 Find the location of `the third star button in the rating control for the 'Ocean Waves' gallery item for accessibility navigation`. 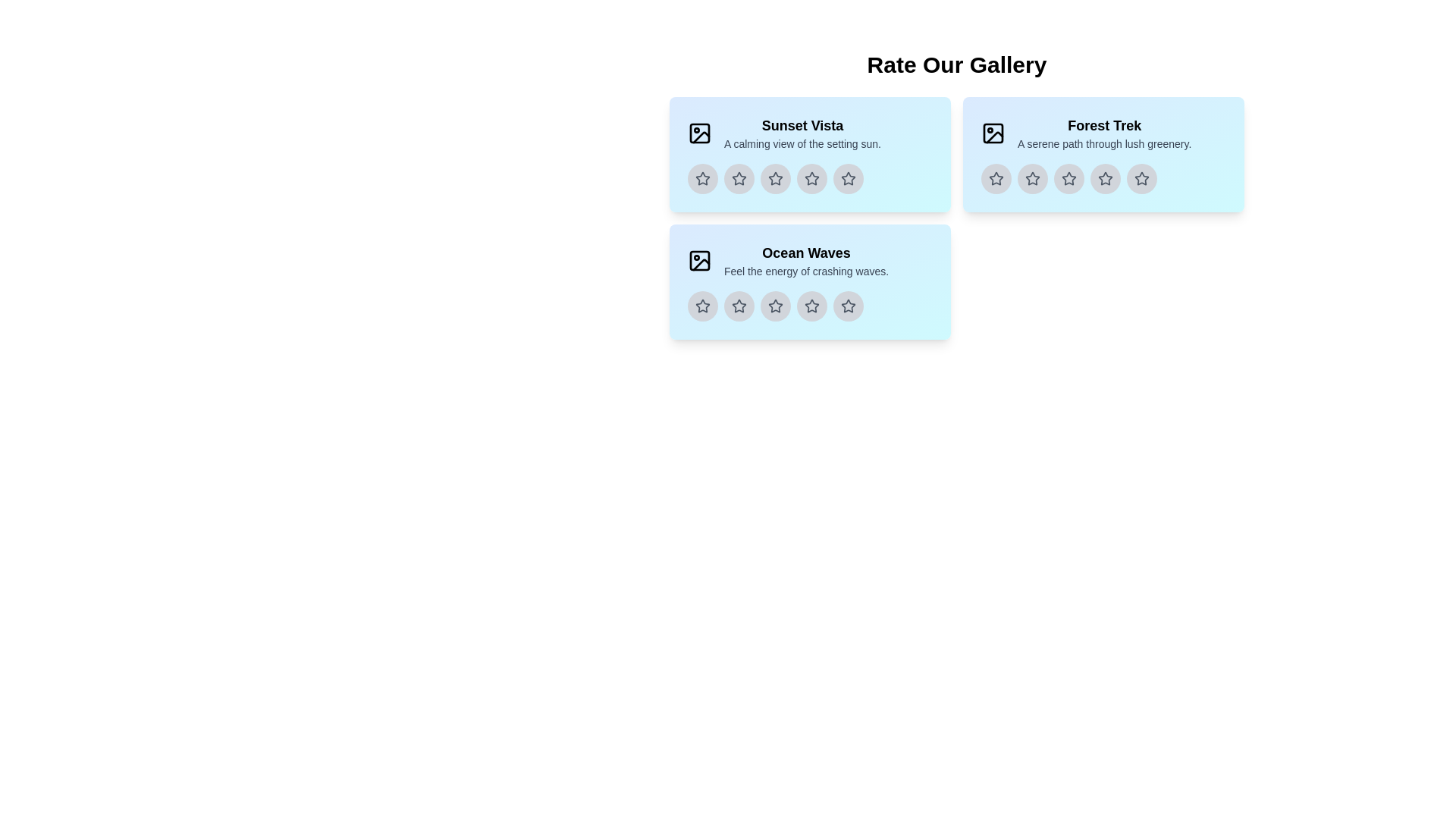

the third star button in the rating control for the 'Ocean Waves' gallery item for accessibility navigation is located at coordinates (775, 306).